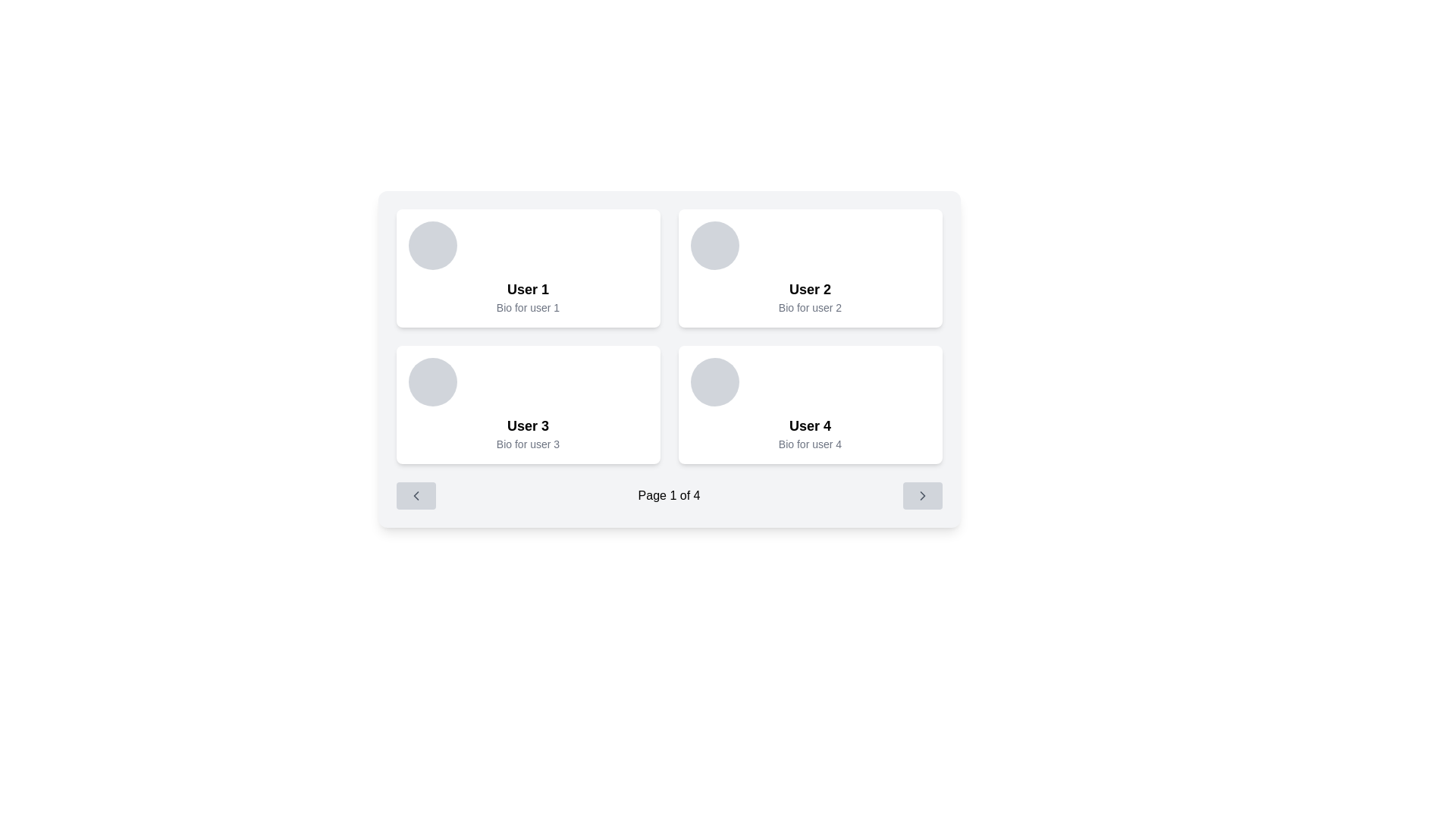 The image size is (1456, 819). Describe the element at coordinates (528, 426) in the screenshot. I see `the 'User 3' text label located inside the card in the lower-left corner of the visible card grid, which provides the name of the user represented in the card` at that location.